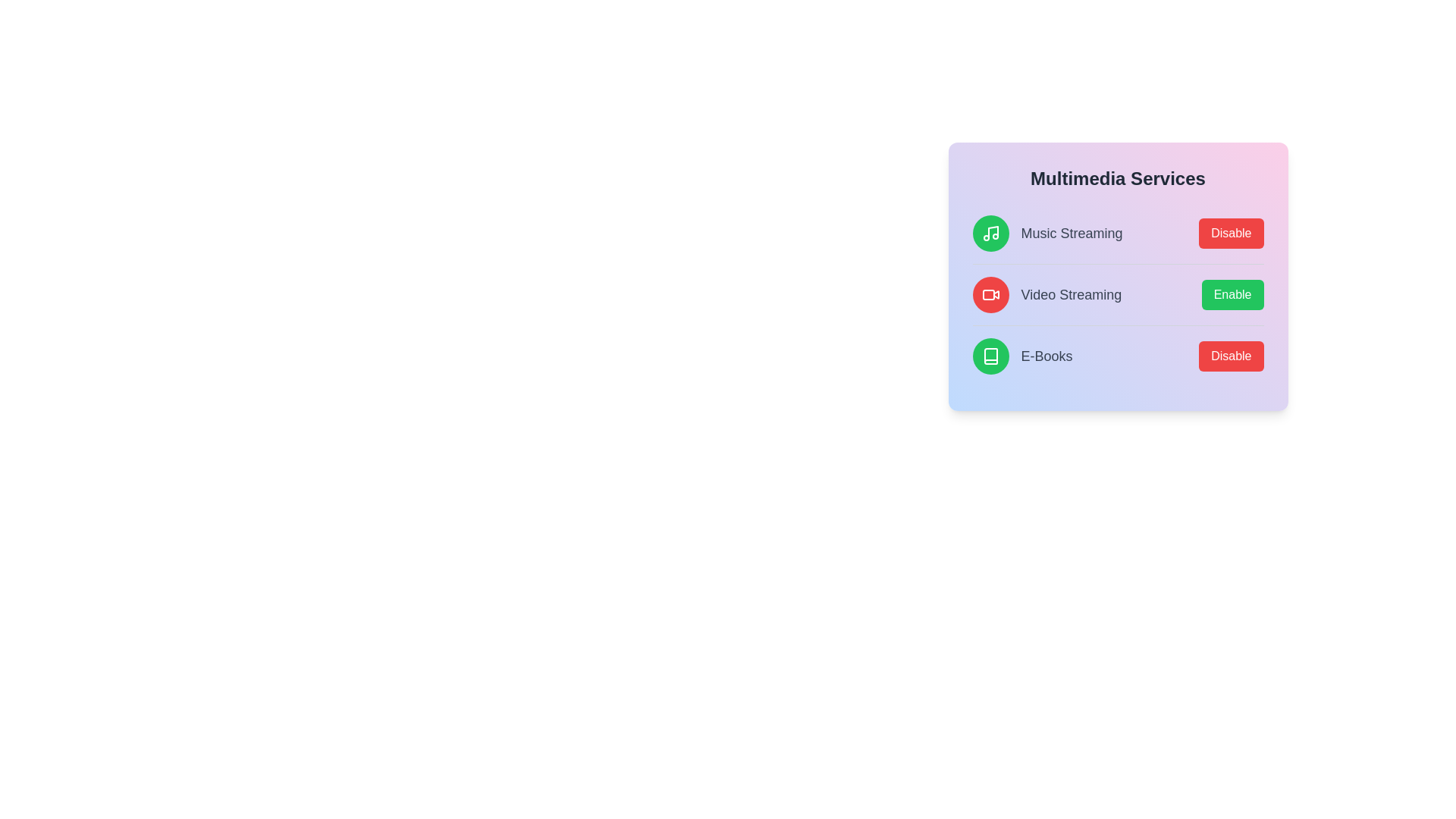 The width and height of the screenshot is (1456, 819). Describe the element at coordinates (1232, 295) in the screenshot. I see `the service identified by video` at that location.